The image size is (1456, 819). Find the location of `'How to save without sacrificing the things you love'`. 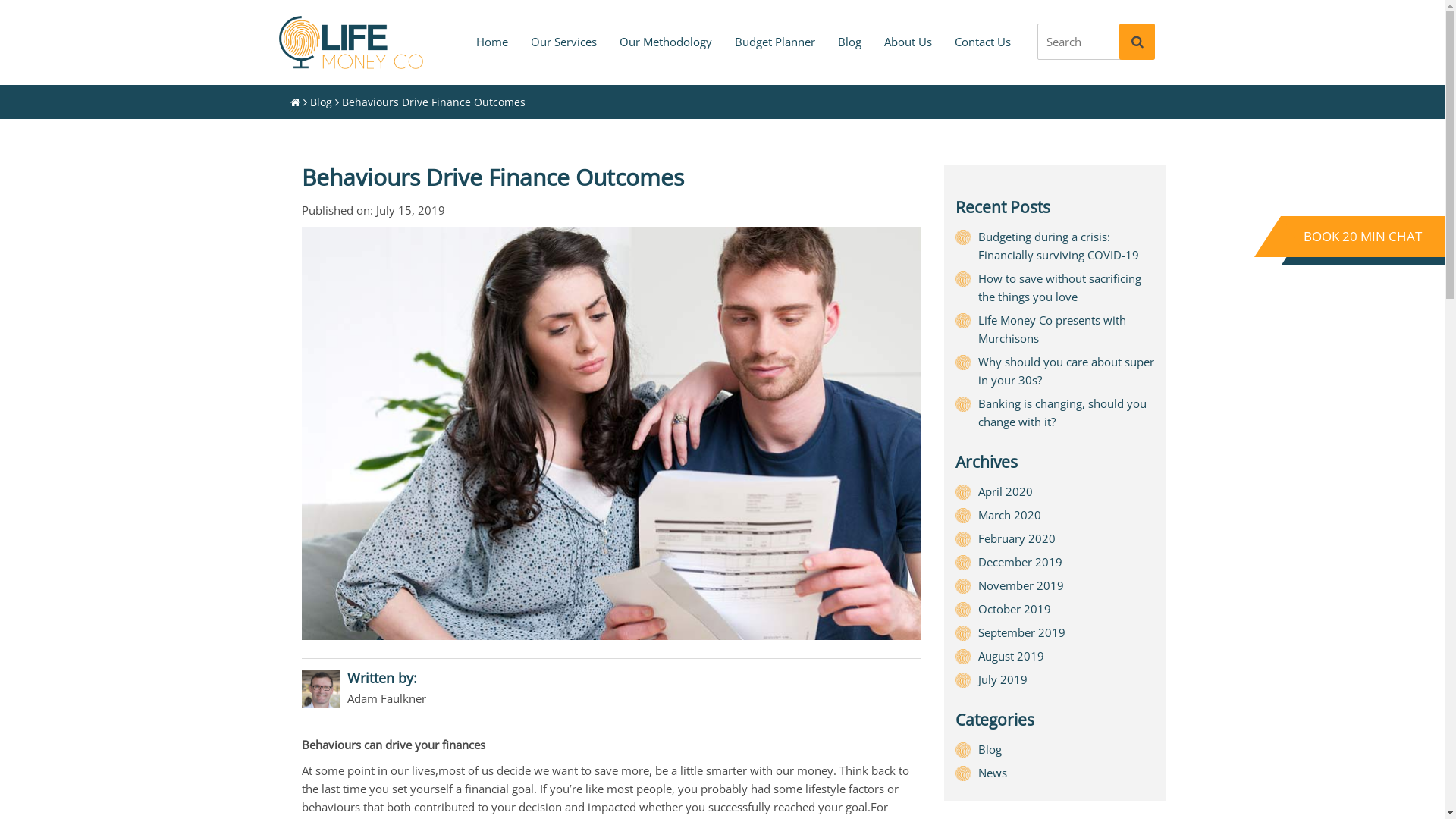

'How to save without sacrificing the things you love' is located at coordinates (978, 287).